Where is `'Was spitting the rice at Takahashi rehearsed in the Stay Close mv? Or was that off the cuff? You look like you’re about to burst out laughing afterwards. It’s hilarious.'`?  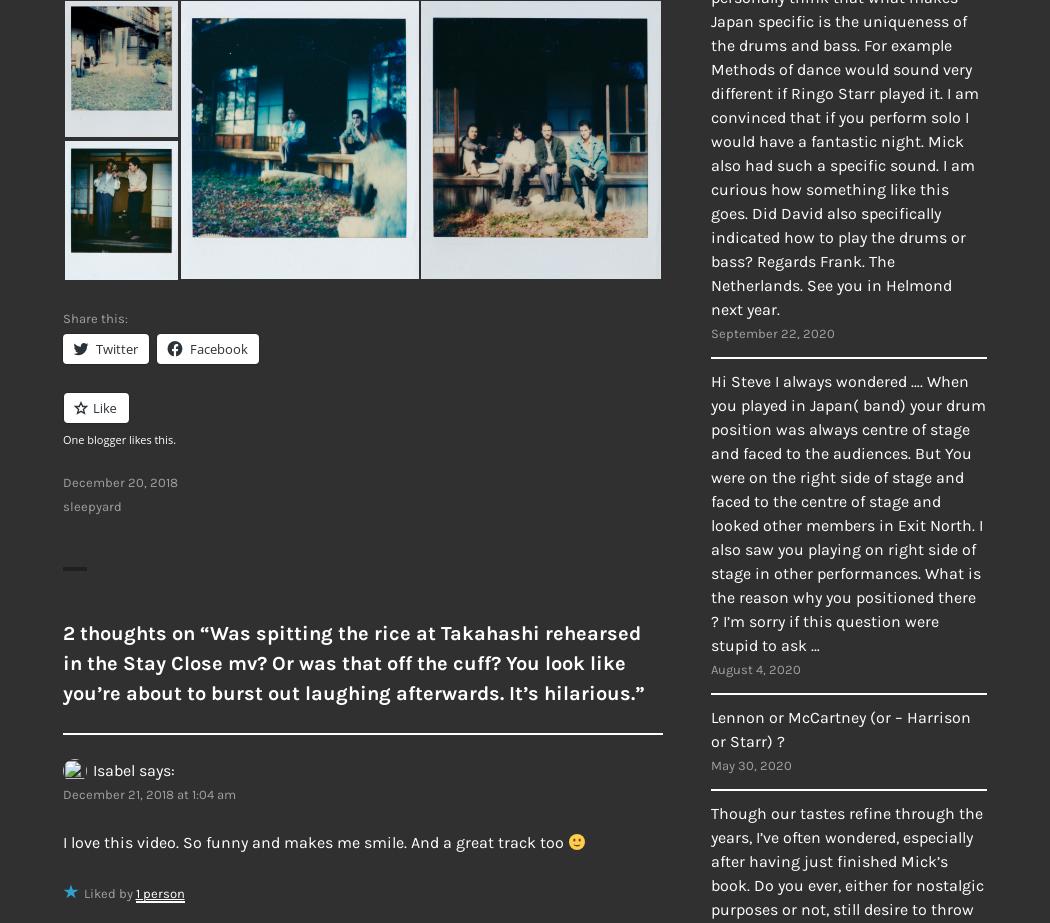 'Was spitting the rice at Takahashi rehearsed in the Stay Close mv? Or was that off the cuff? You look like you’re about to burst out laughing afterwards. It’s hilarious.' is located at coordinates (62, 662).